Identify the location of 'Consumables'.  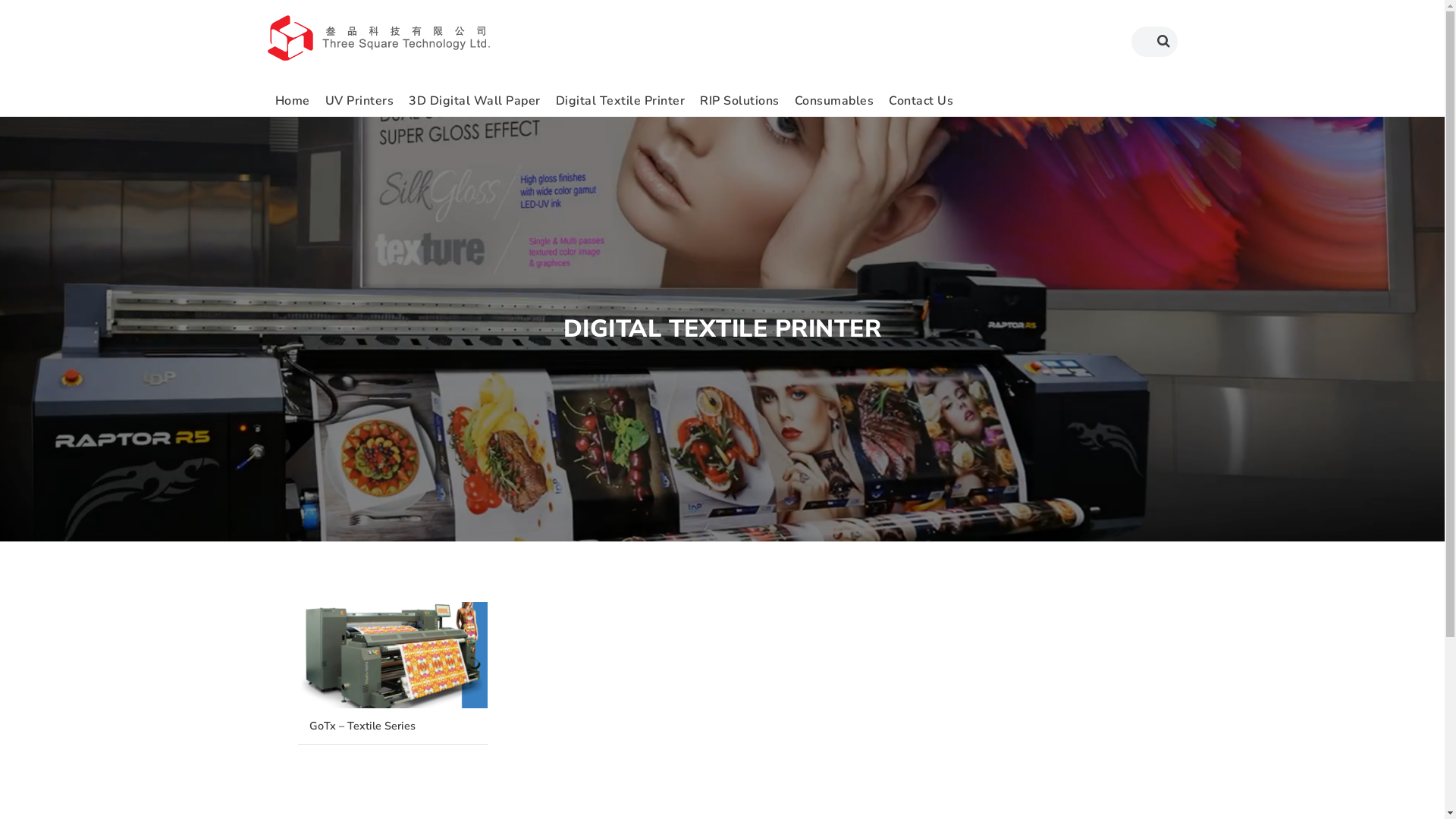
(786, 100).